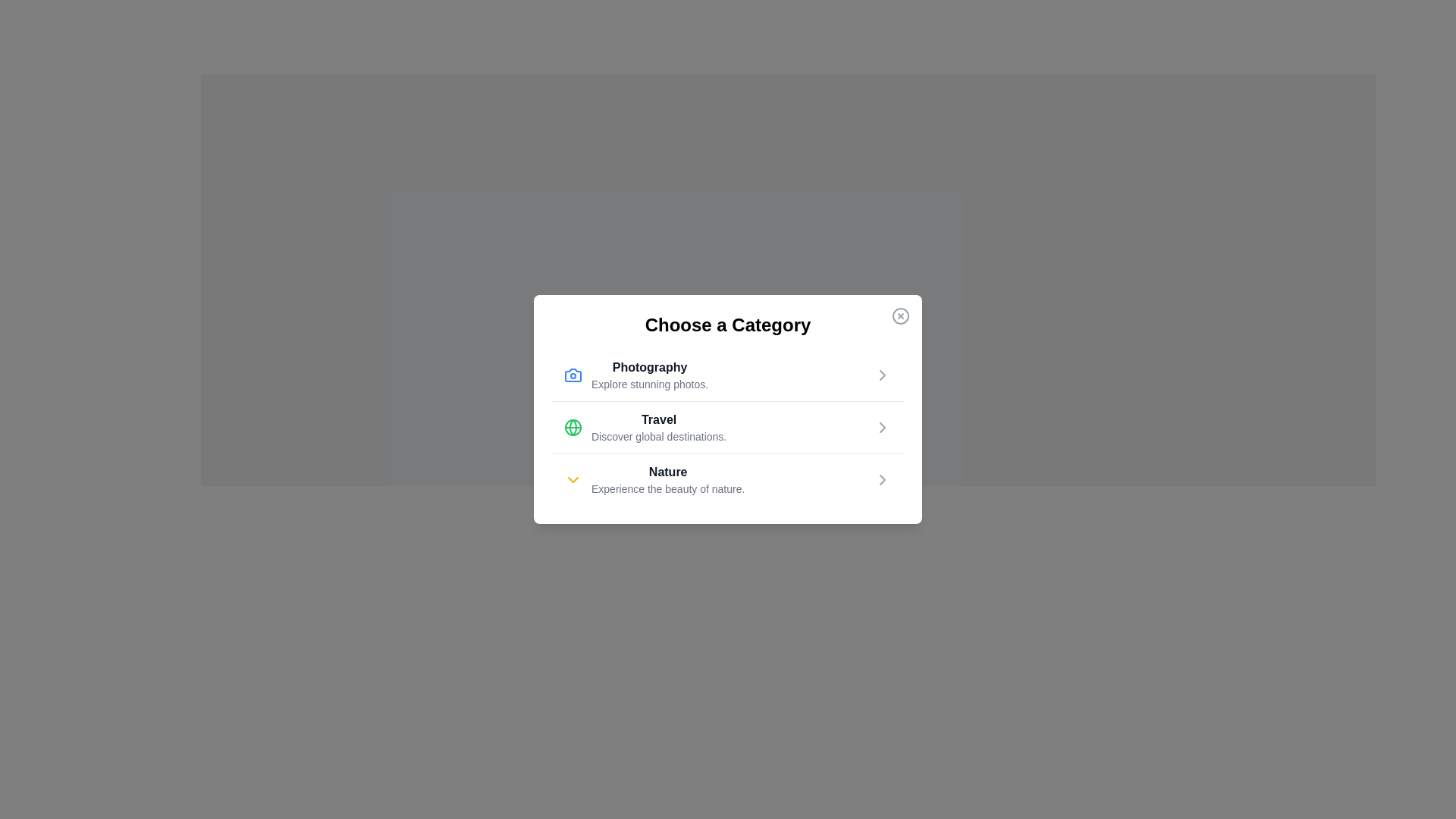  What do you see at coordinates (667, 479) in the screenshot?
I see `the text-based selectable list item titled 'Nature'` at bounding box center [667, 479].